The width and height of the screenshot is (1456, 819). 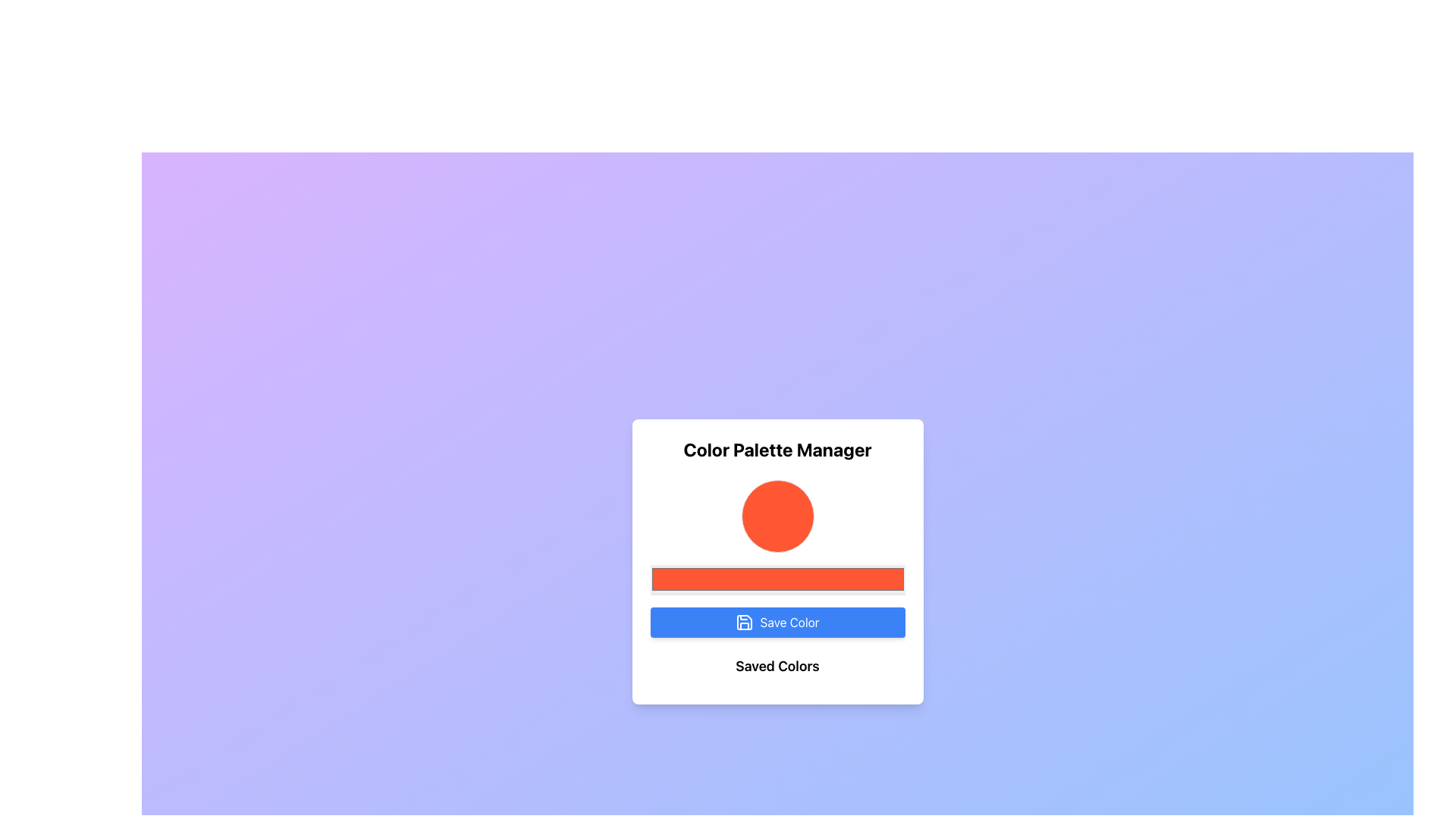 I want to click on the Color Picker Display Bar, which is a vivid orange rectangular bar with slightly rounded edges, located below the circular orange object in the 'Color Palette Manager' card, so click(x=777, y=561).